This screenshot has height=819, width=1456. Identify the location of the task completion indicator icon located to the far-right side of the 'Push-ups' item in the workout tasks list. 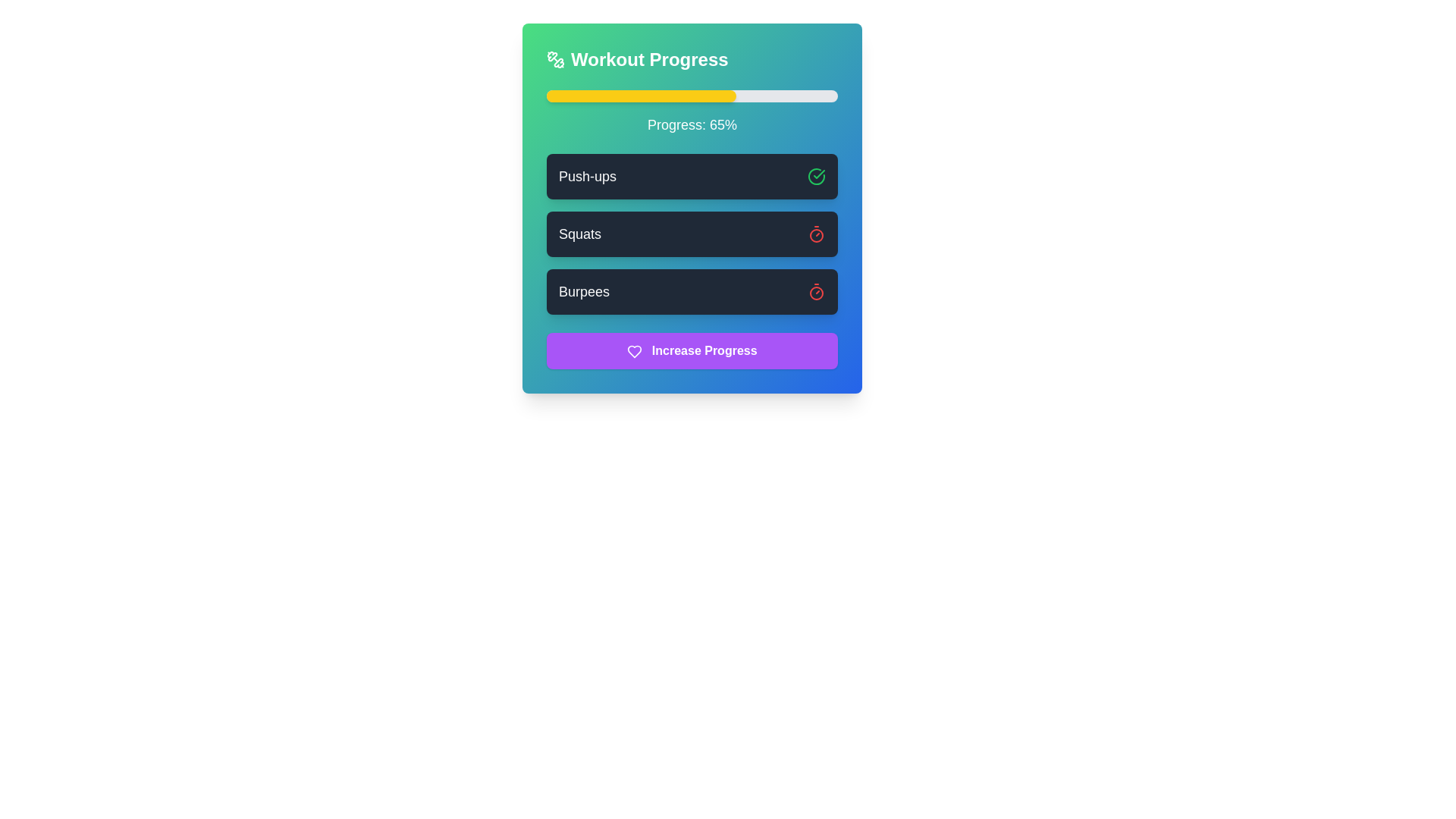
(815, 175).